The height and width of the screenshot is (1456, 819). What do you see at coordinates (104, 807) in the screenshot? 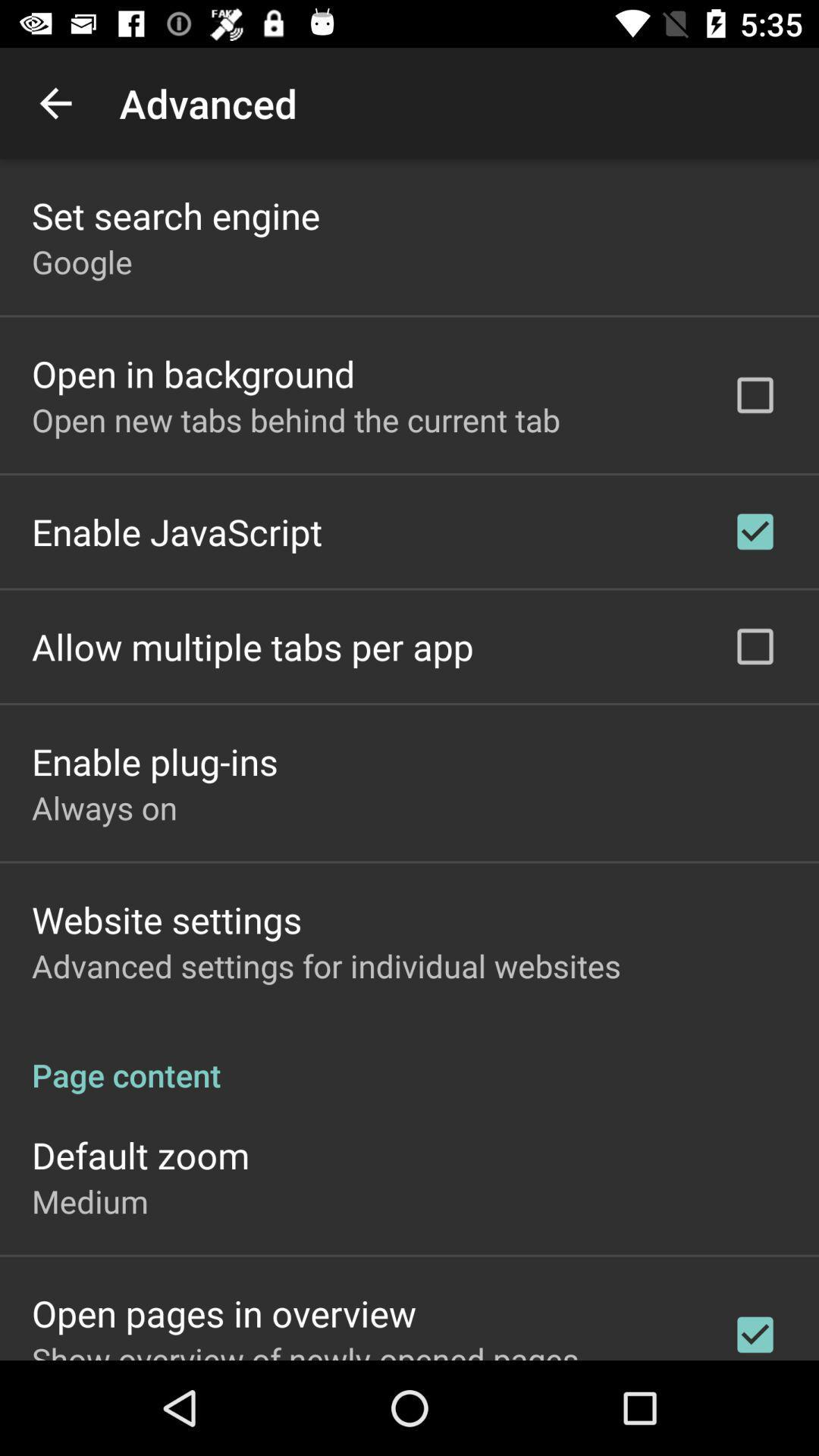
I see `the app above the website settings item` at bounding box center [104, 807].